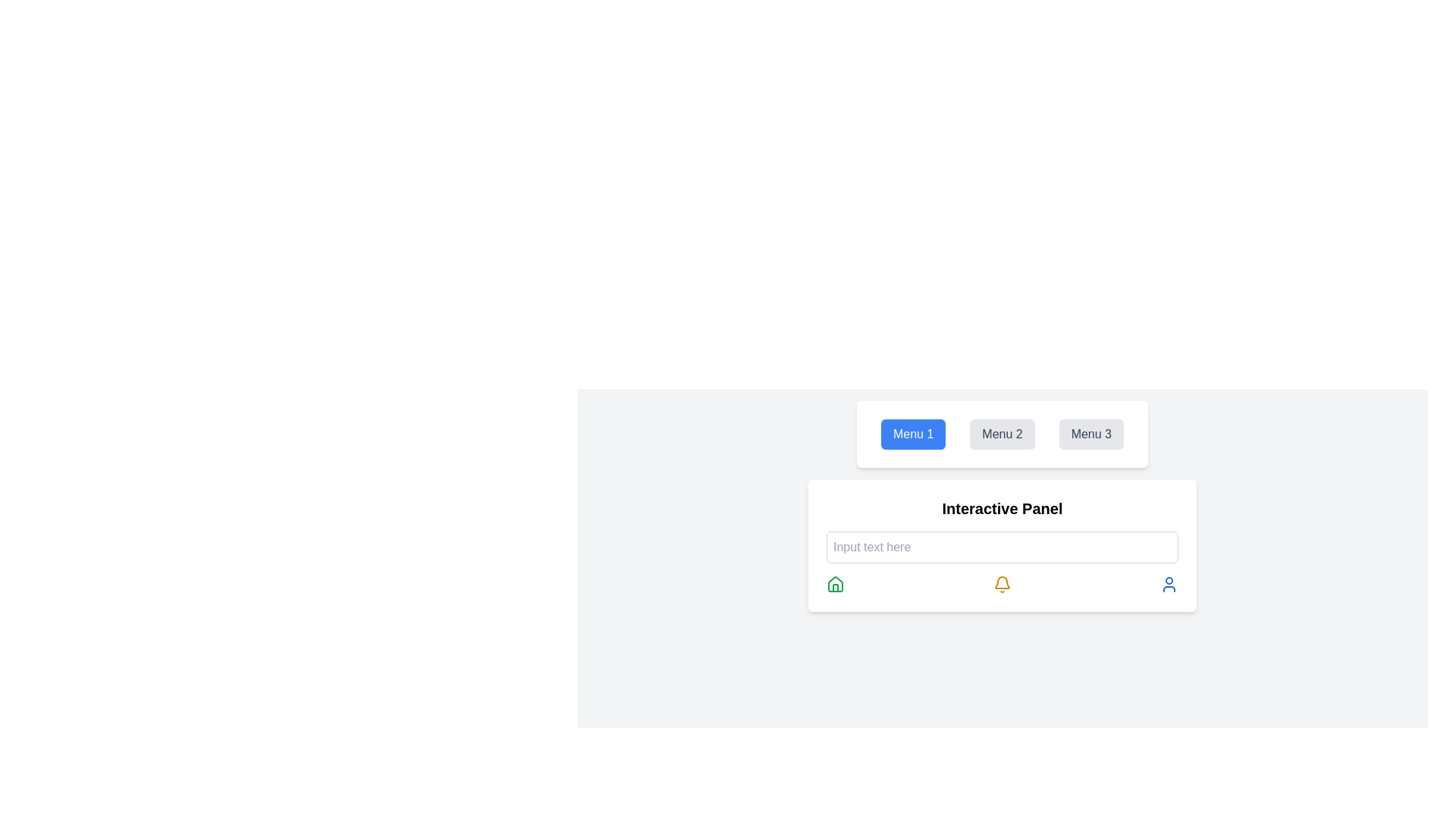 Image resolution: width=1456 pixels, height=819 pixels. What do you see at coordinates (1002, 582) in the screenshot?
I see `the notification bell icon located at the bottom middle of the interactive panel, which indicates pending actions or messages` at bounding box center [1002, 582].